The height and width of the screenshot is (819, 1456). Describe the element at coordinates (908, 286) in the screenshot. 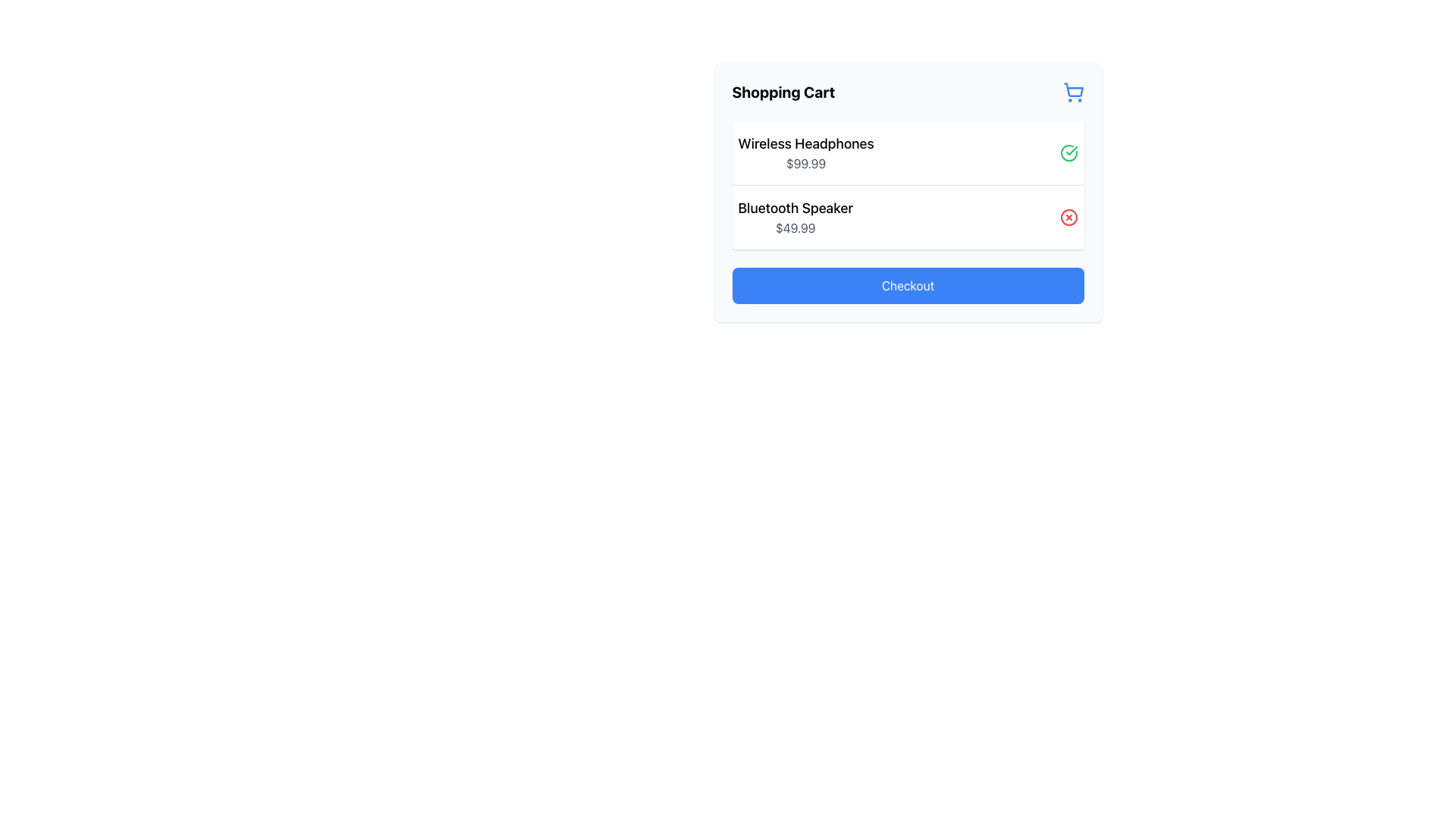

I see `the 'Checkout' button located at the bottom of the shopping cart section to proceed to checkout` at that location.